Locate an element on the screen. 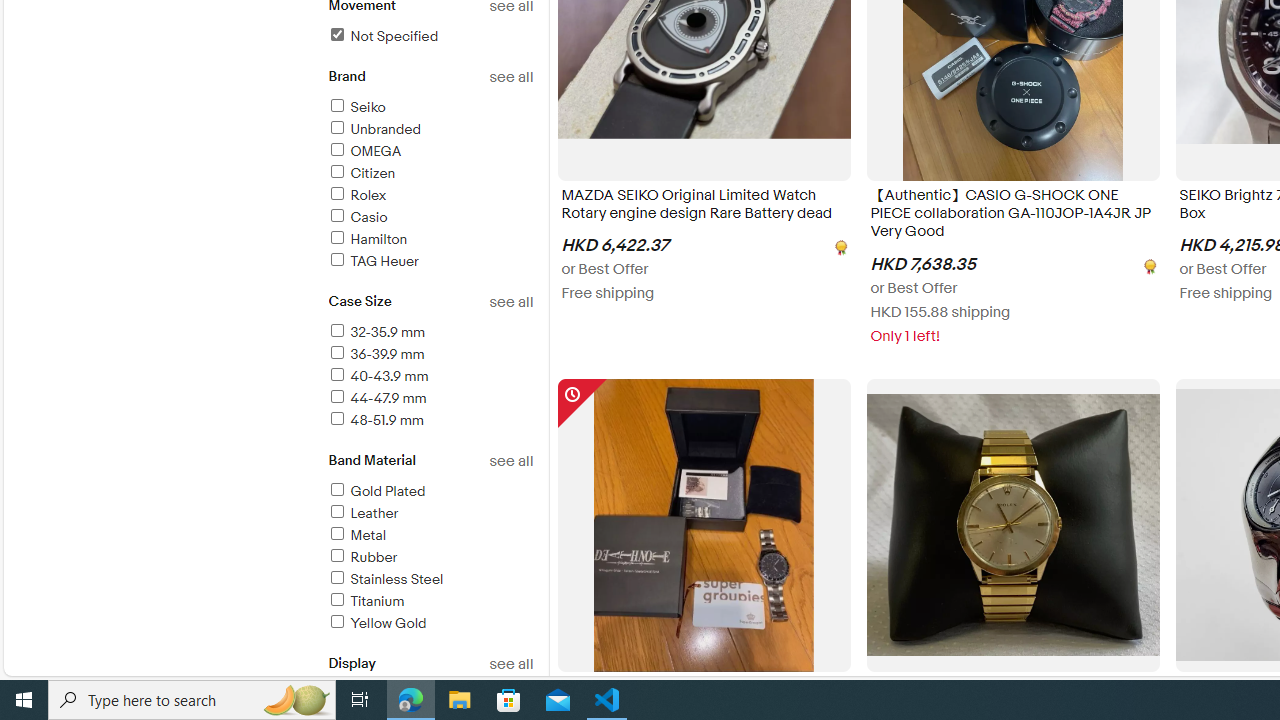 Image resolution: width=1280 pixels, height=720 pixels. 'Metal' is located at coordinates (356, 534).